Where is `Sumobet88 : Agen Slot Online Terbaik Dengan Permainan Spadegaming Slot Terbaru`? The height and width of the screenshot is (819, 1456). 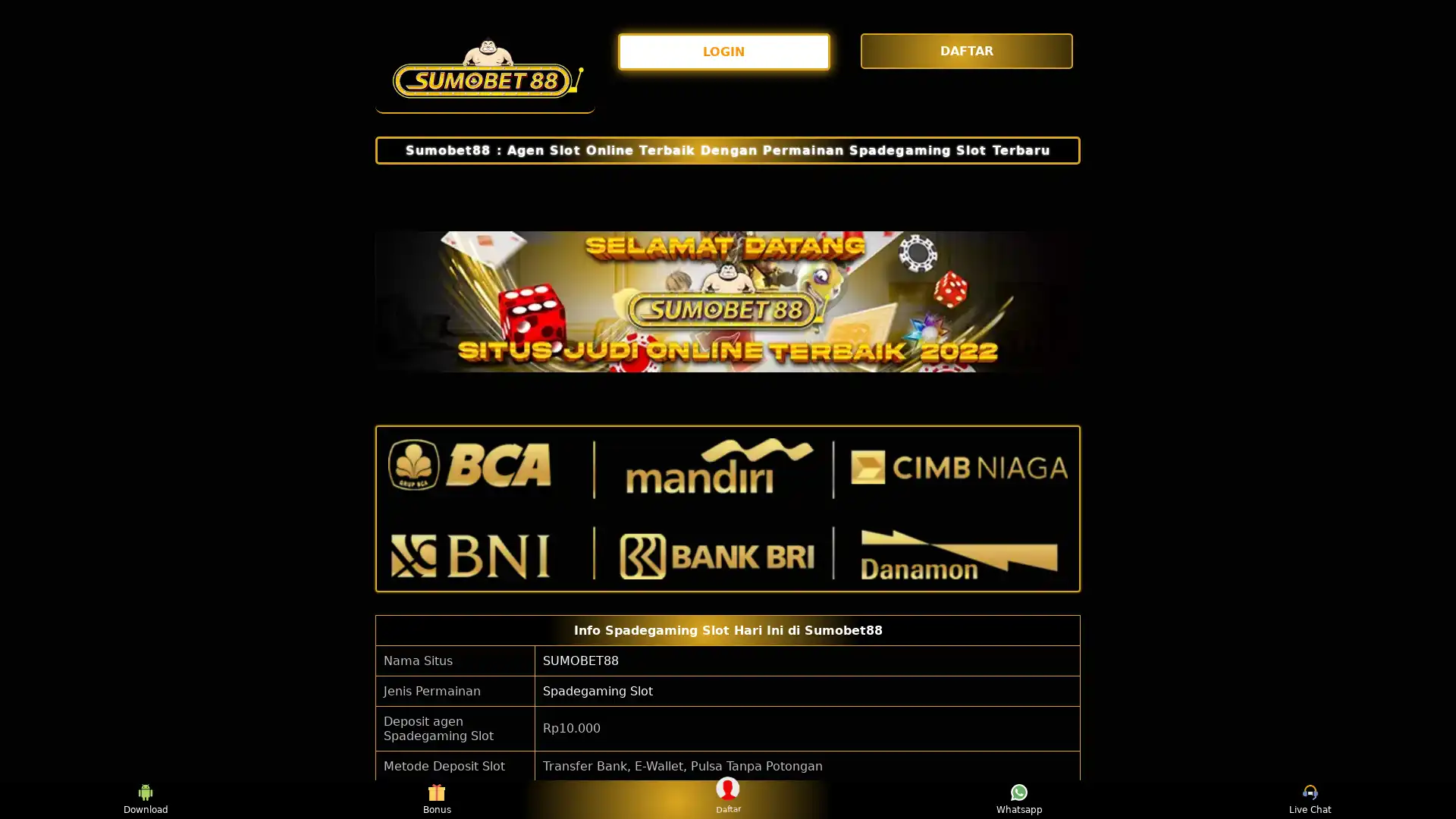 Sumobet88 : Agen Slot Online Terbaik Dengan Permainan Spadegaming Slot Terbaru is located at coordinates (728, 149).